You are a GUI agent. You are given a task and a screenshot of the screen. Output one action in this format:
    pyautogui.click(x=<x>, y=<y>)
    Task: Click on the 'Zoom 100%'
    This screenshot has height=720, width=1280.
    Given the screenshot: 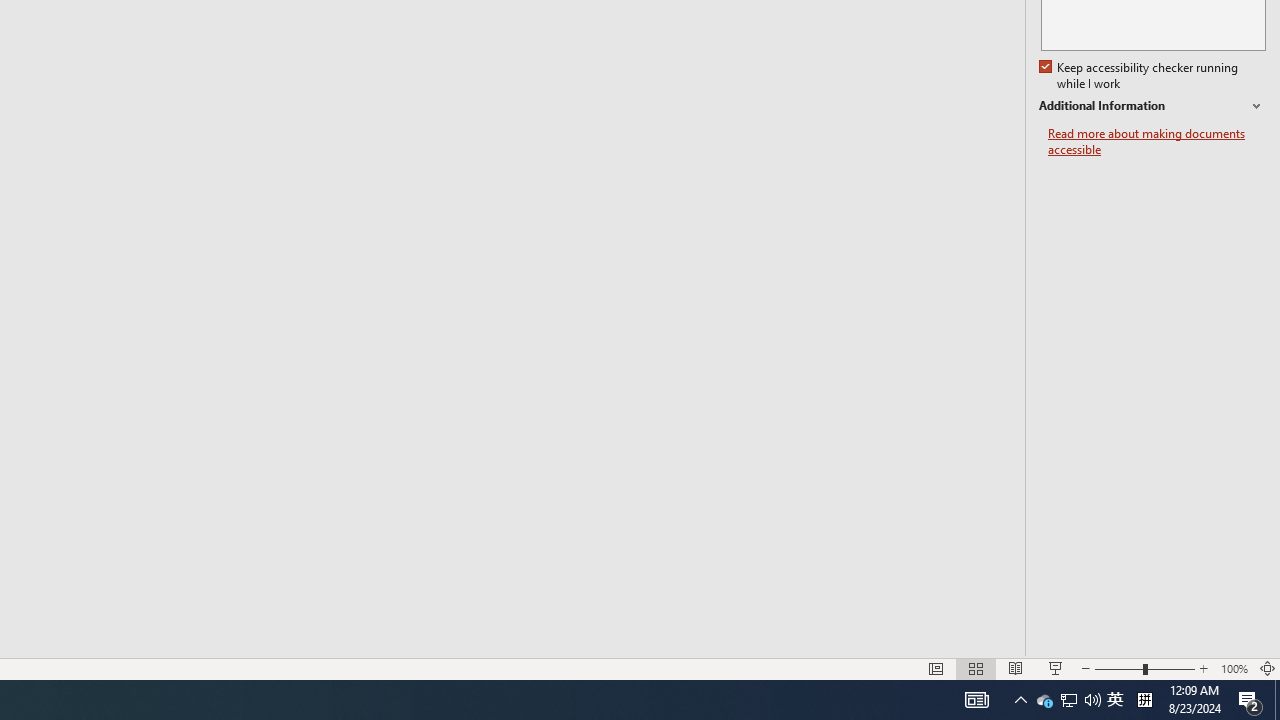 What is the action you would take?
    pyautogui.click(x=1233, y=669)
    